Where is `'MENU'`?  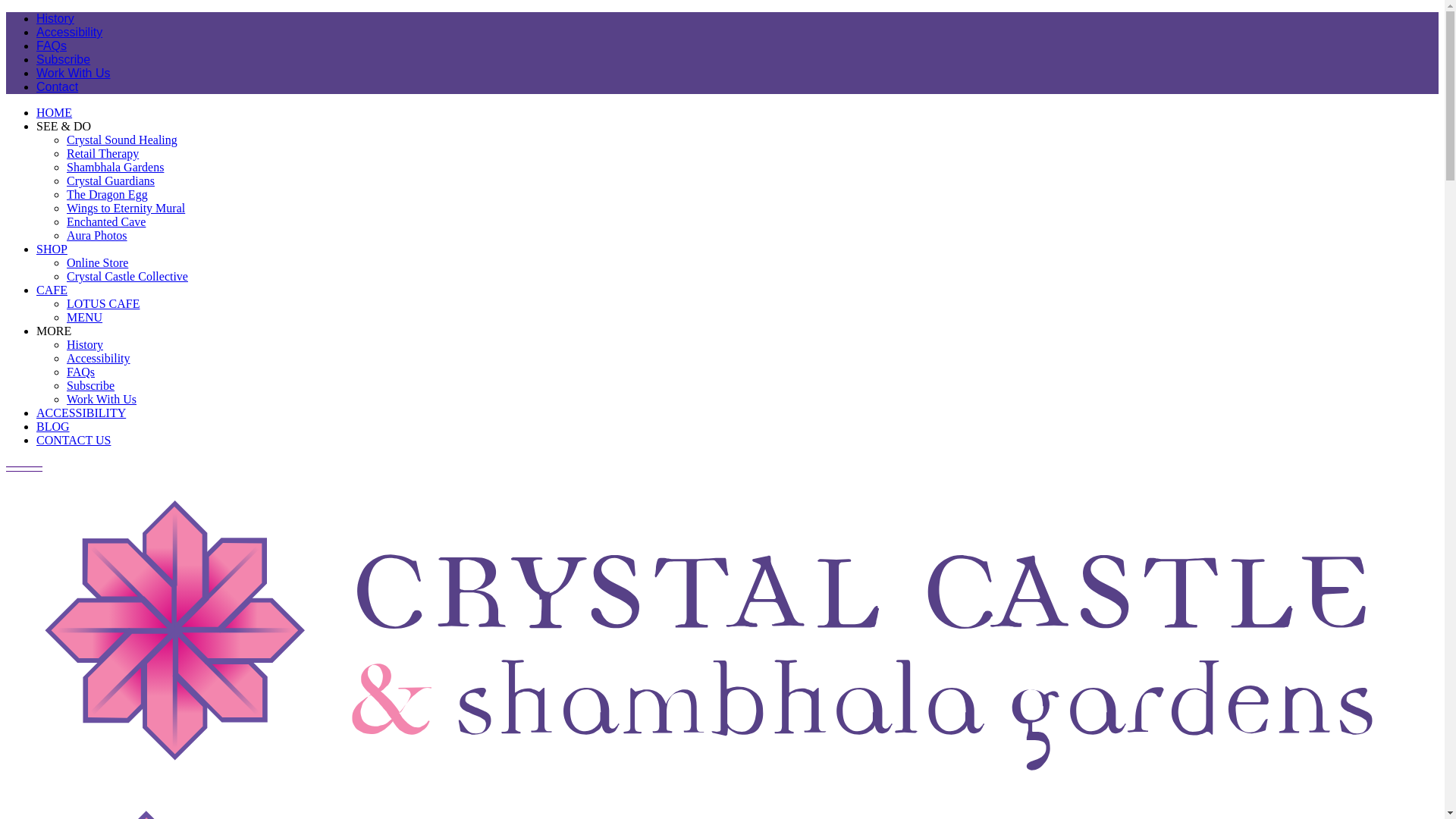
'MENU' is located at coordinates (65, 316).